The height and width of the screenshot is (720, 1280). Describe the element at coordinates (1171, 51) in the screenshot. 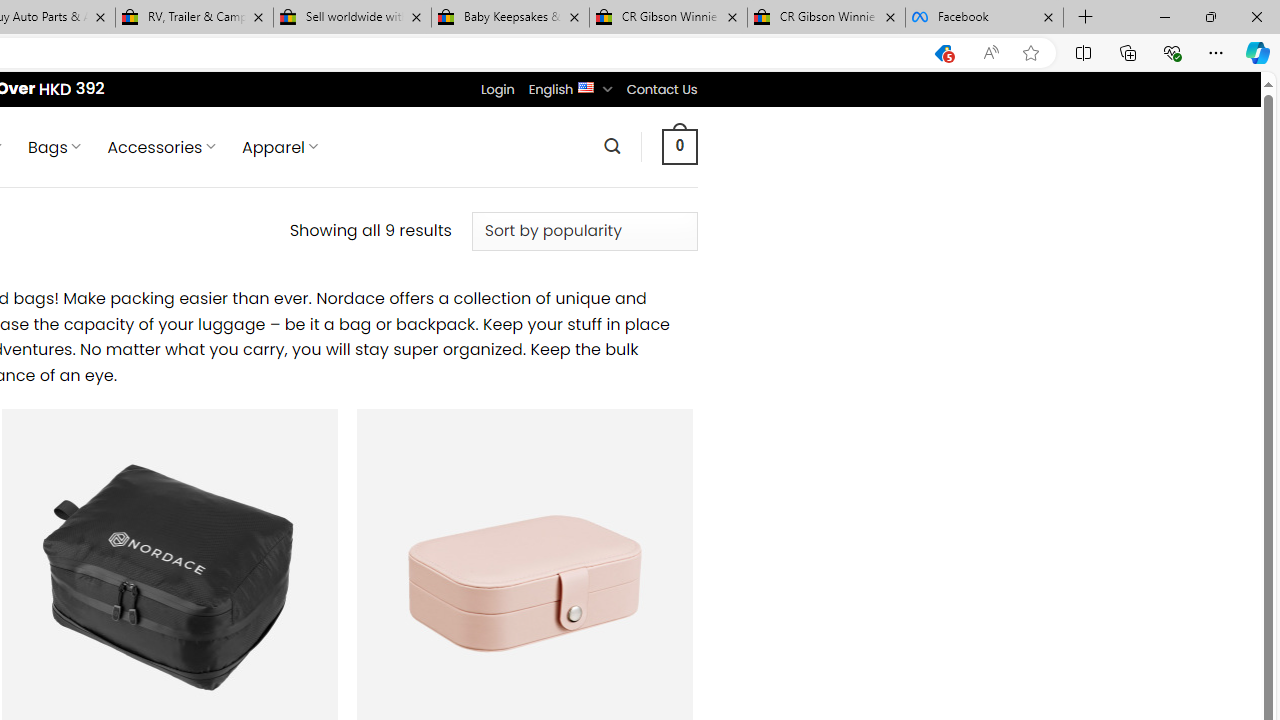

I see `'Browser essentials'` at that location.